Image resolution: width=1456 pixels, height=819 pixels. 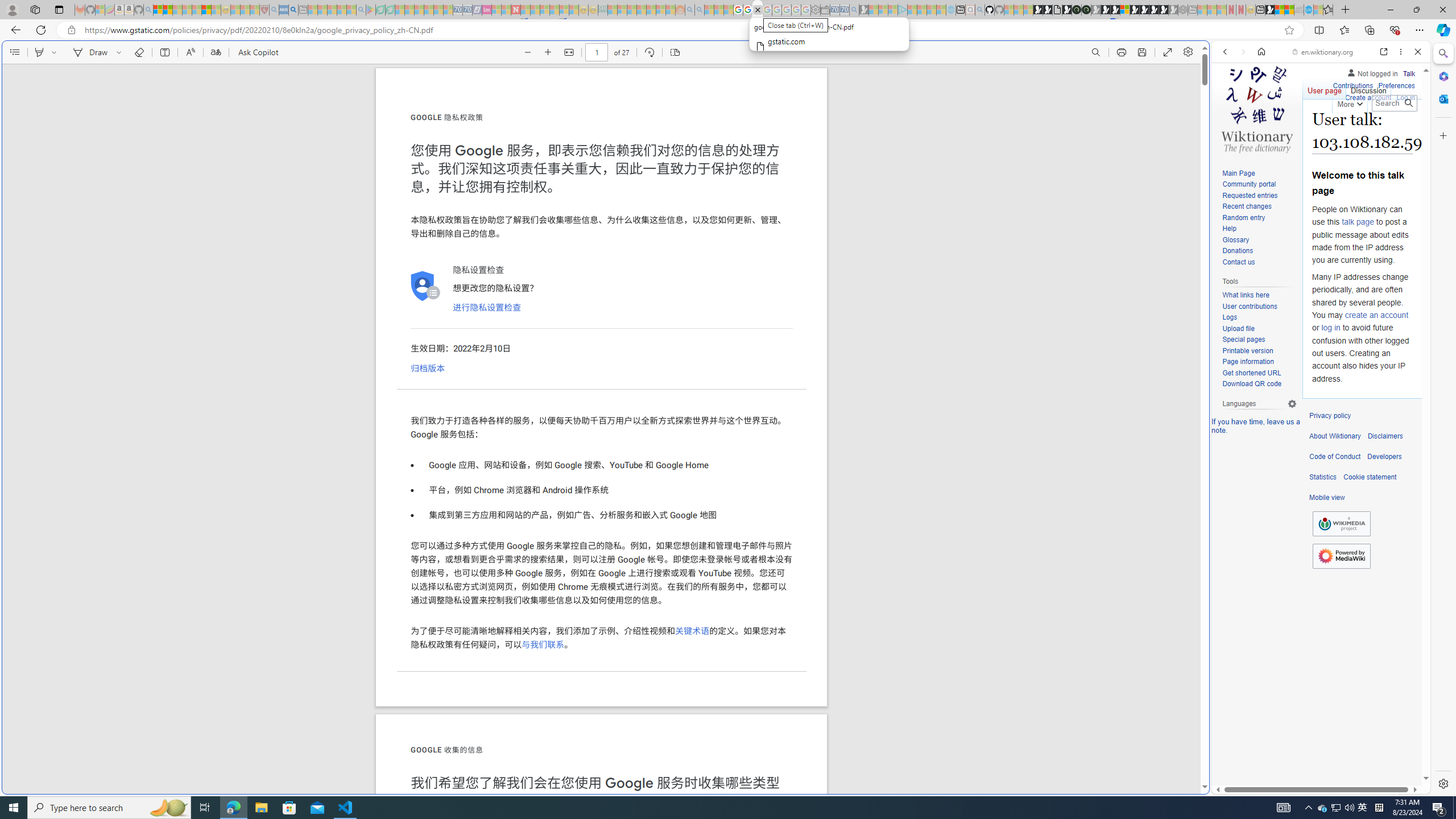 I want to click on 'Get shortened URL', so click(x=1251, y=372).